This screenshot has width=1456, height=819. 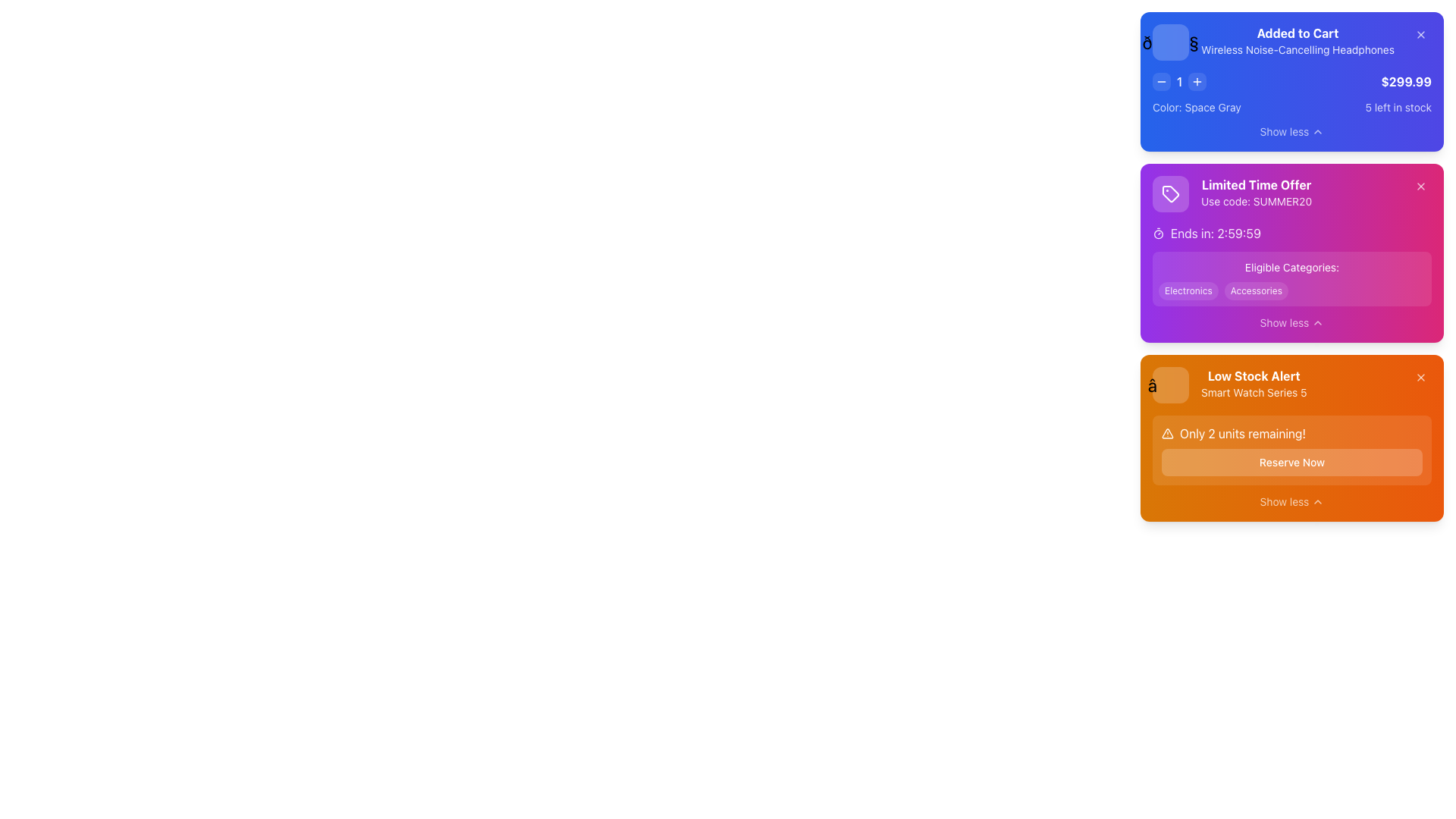 What do you see at coordinates (1196, 107) in the screenshot?
I see `the text label saying 'Color: Space Gray', which is styled in light blue and located on the blue card labeled 'Added to Cart', adjacent to '5 left in stock'` at bounding box center [1196, 107].